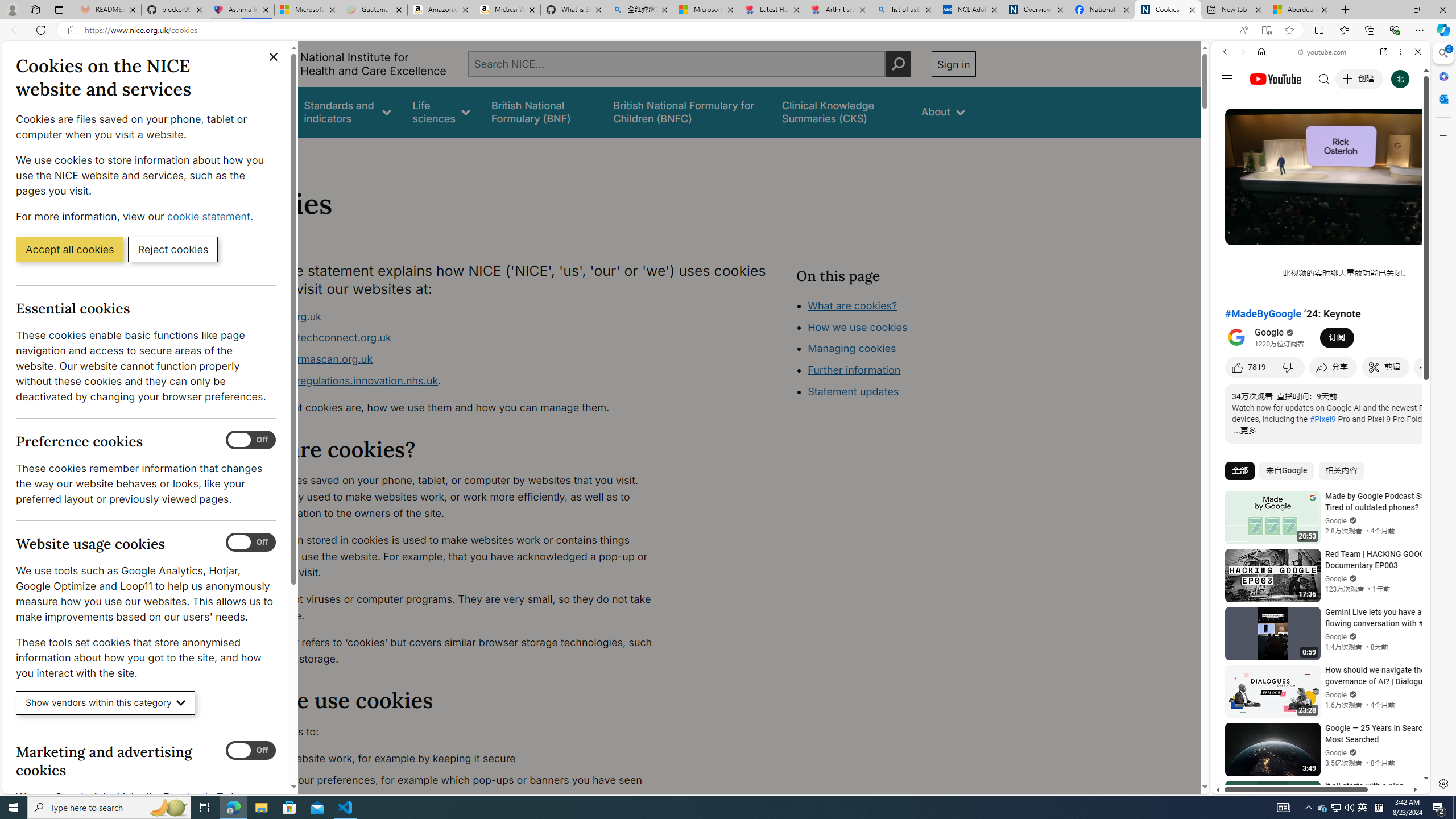  I want to click on 'Sign in', so click(953, 63).